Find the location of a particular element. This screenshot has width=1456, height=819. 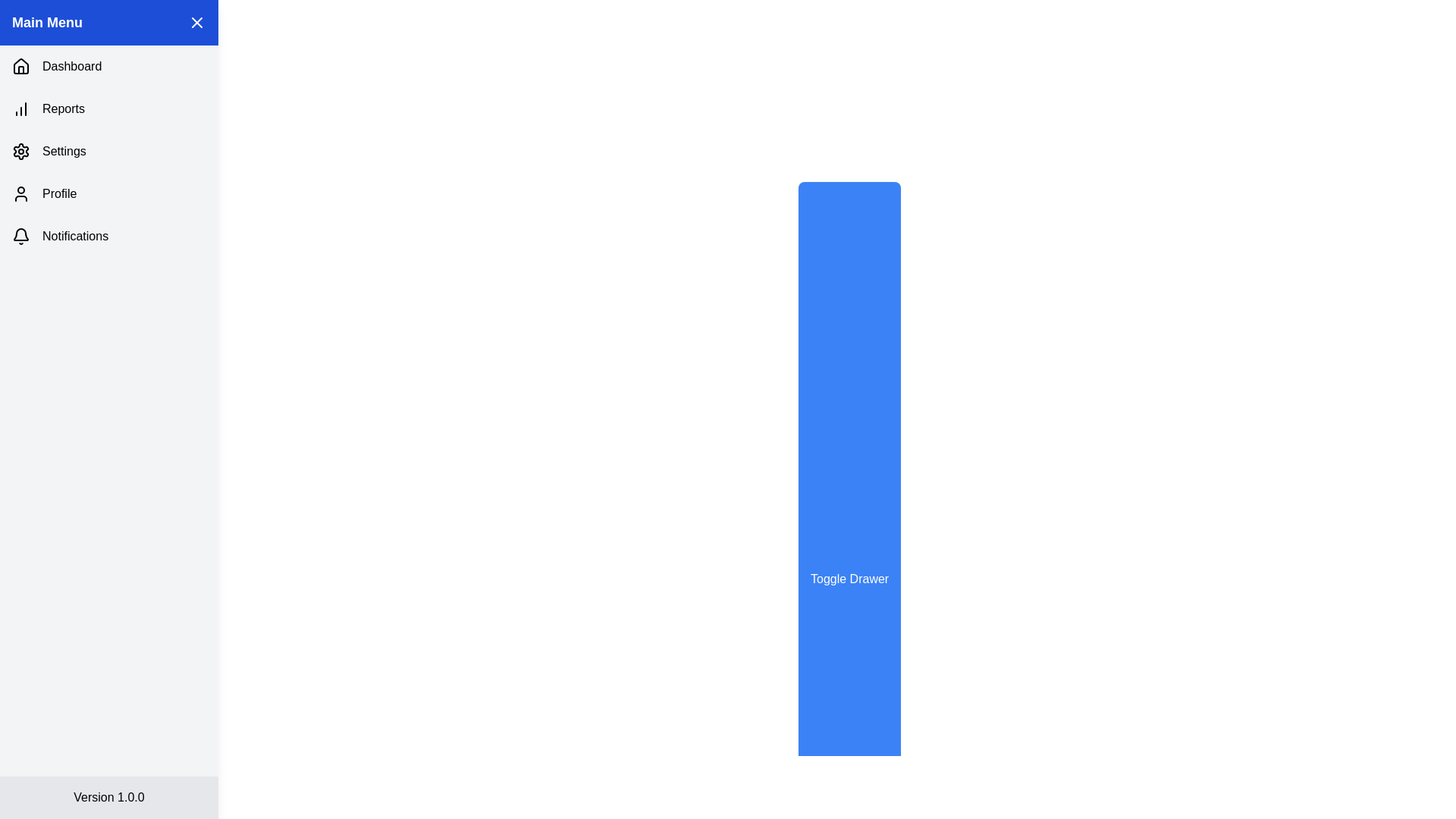

the Notification Bell icon located in the navigation menu is located at coordinates (21, 234).